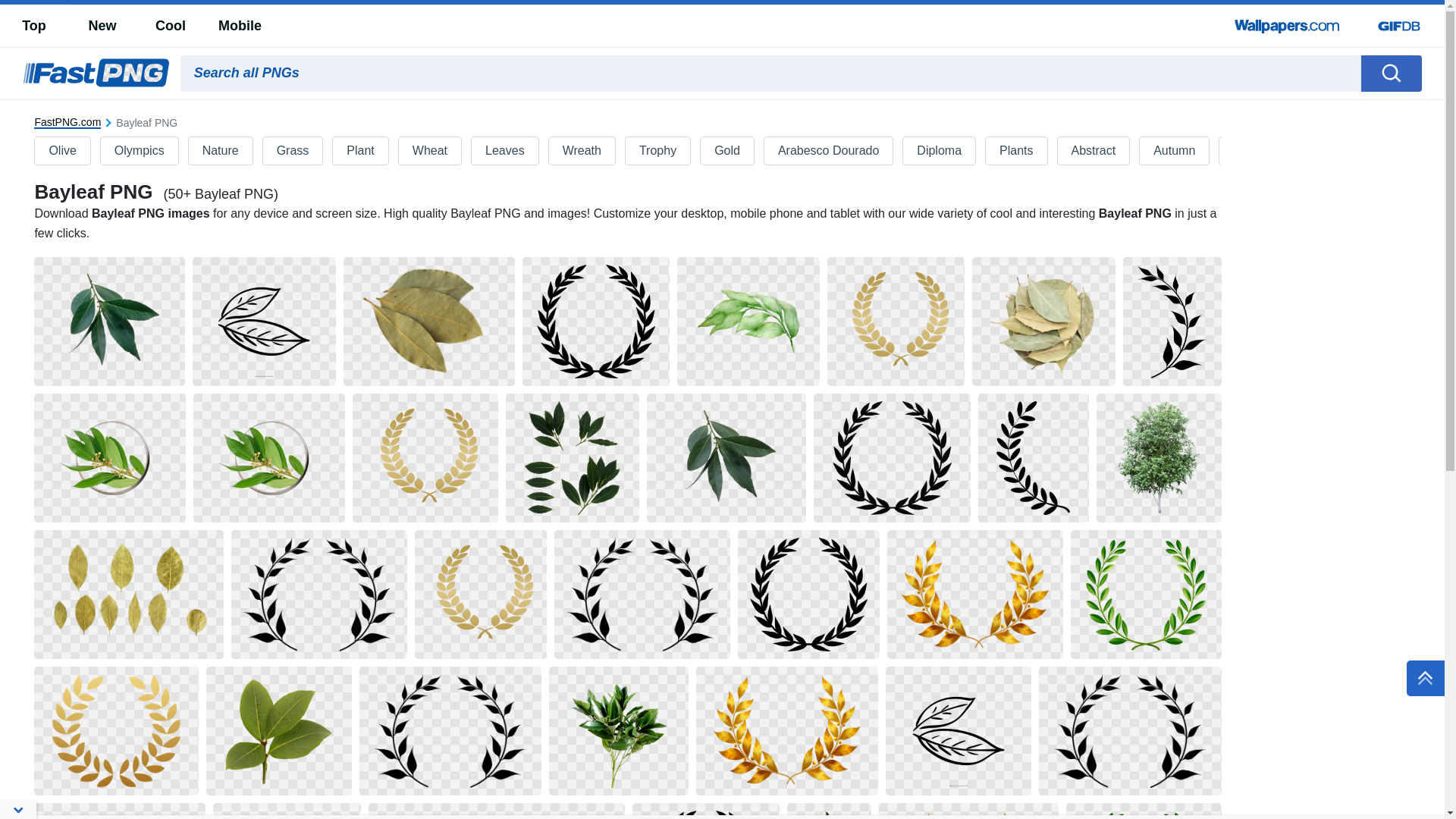 This screenshot has width=1456, height=819. Describe the element at coordinates (1056, 151) in the screenshot. I see `'Abstract'` at that location.